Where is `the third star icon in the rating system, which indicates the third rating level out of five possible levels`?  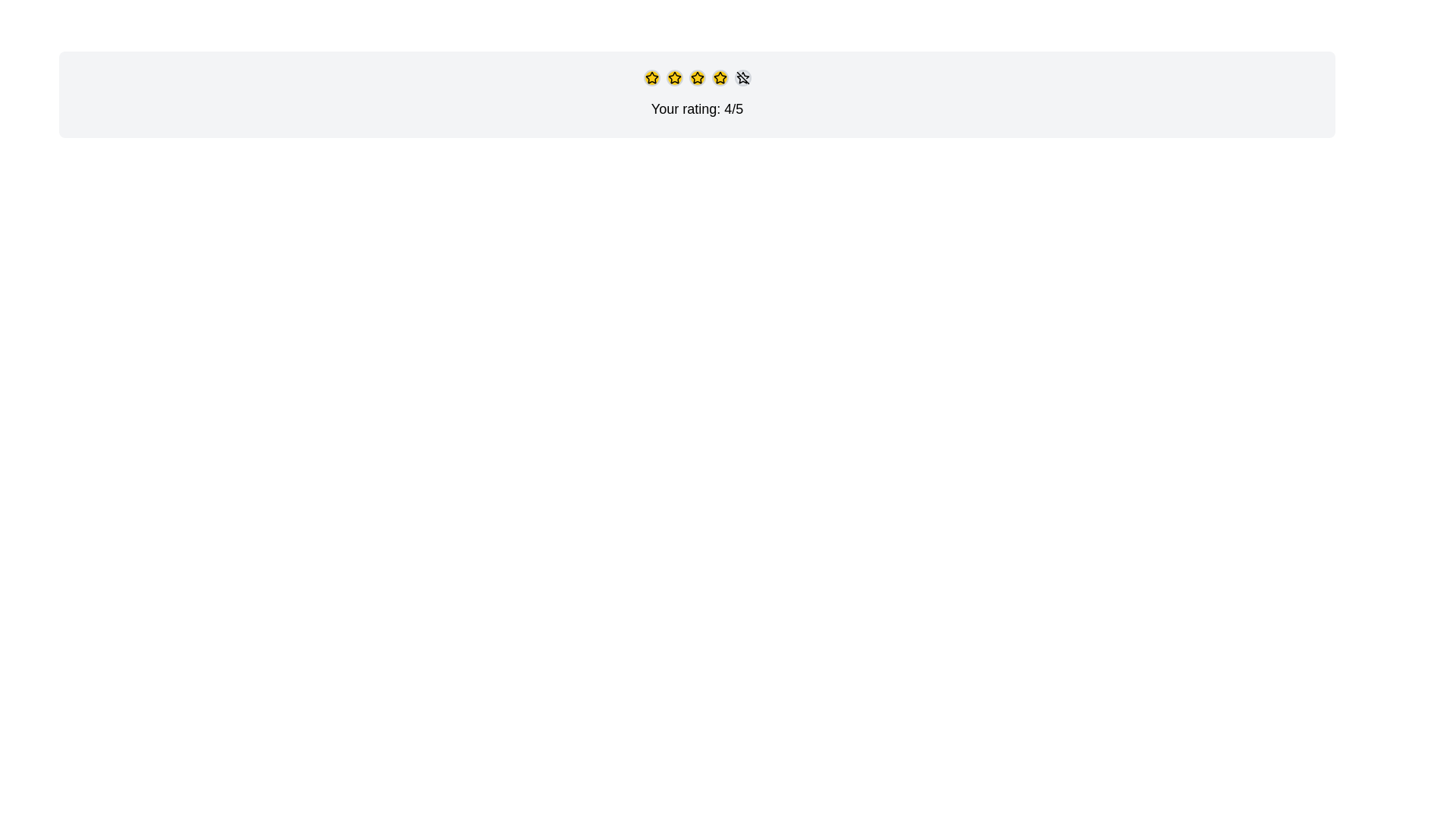 the third star icon in the rating system, which indicates the third rating level out of five possible levels is located at coordinates (696, 78).